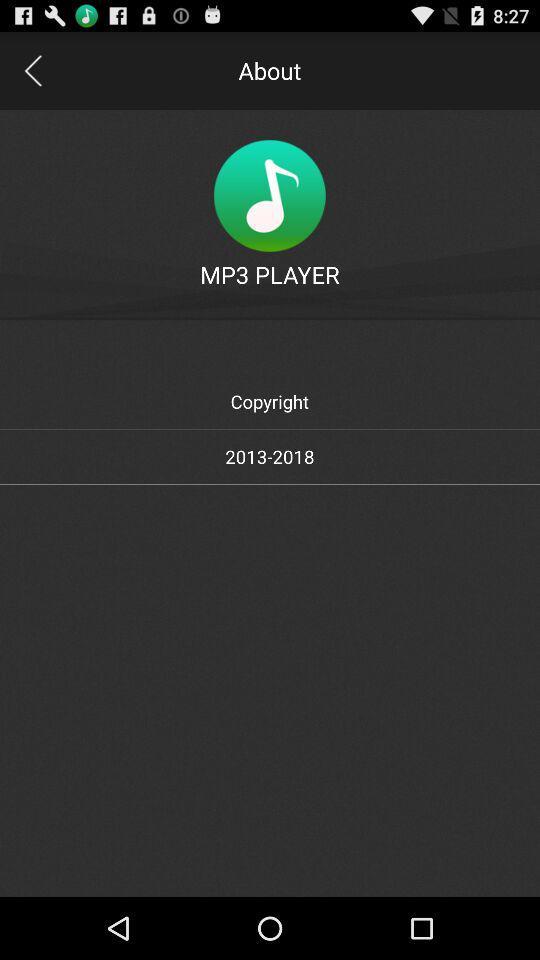 This screenshot has height=960, width=540. Describe the element at coordinates (31, 70) in the screenshot. I see `click arrow to go to previous page or screen` at that location.